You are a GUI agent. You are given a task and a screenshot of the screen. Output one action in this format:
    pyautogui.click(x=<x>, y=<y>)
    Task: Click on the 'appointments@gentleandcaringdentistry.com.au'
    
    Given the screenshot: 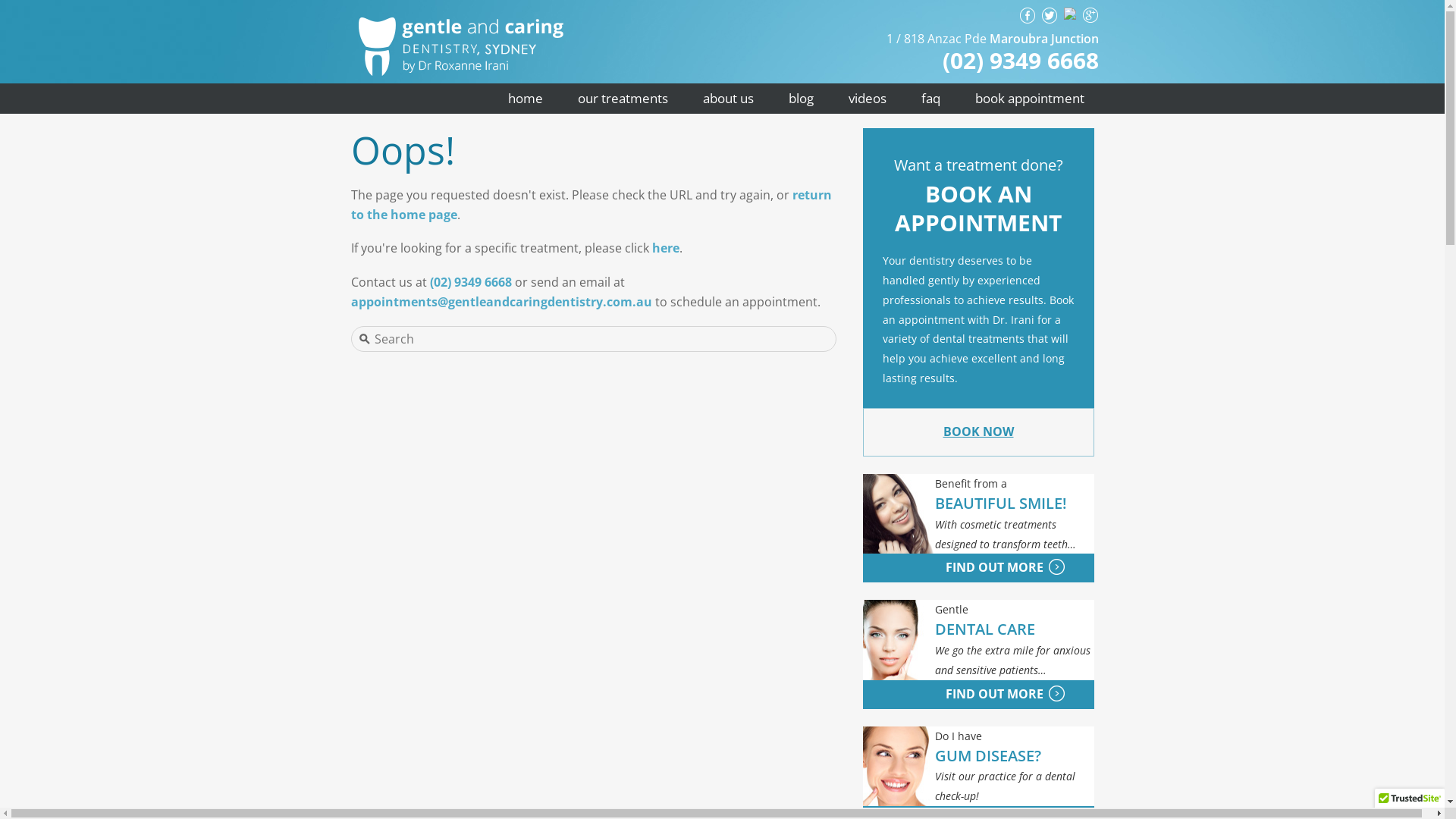 What is the action you would take?
    pyautogui.click(x=500, y=301)
    